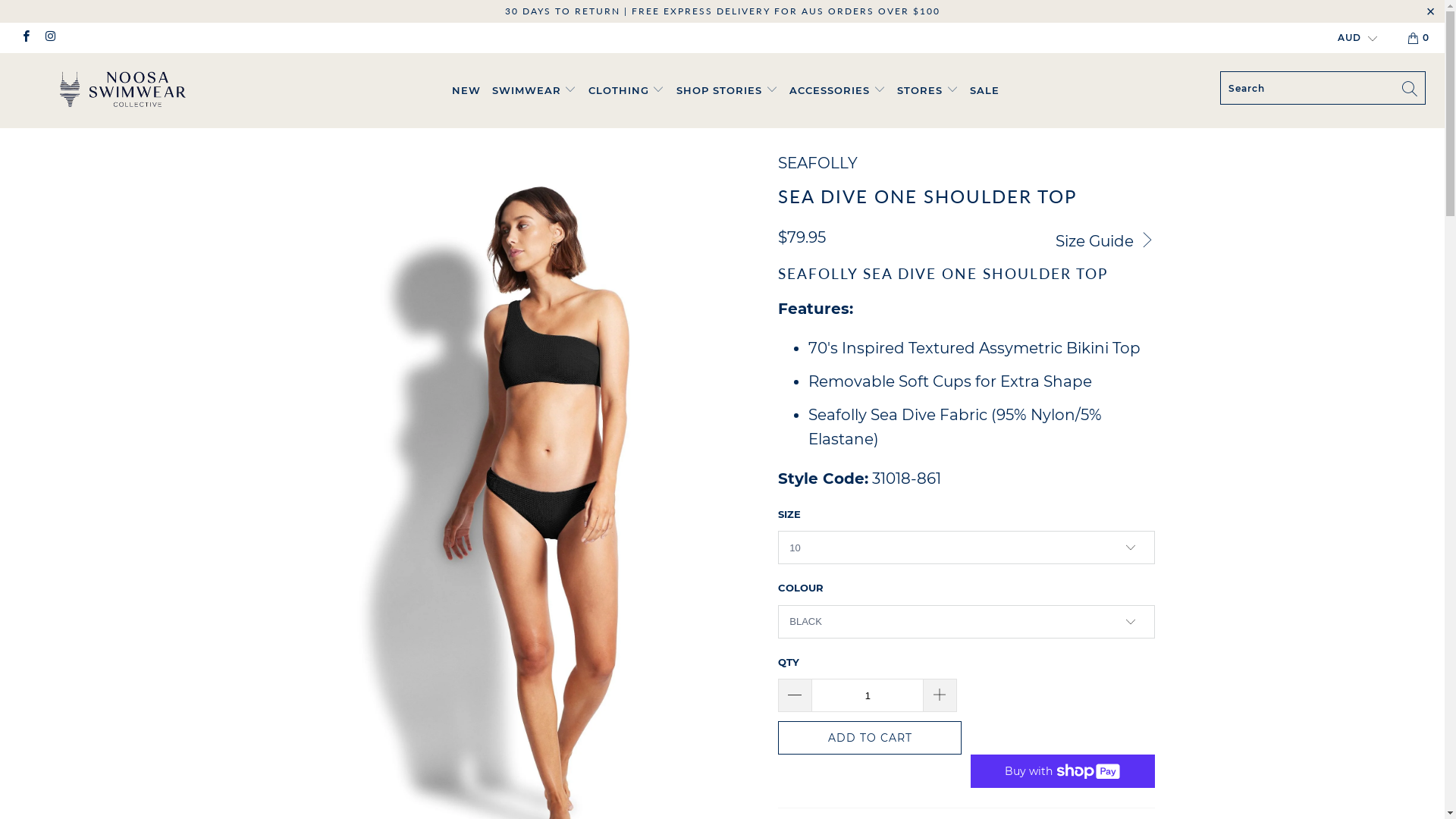 The width and height of the screenshot is (1456, 819). I want to click on 'ACCESSORIES', so click(836, 90).